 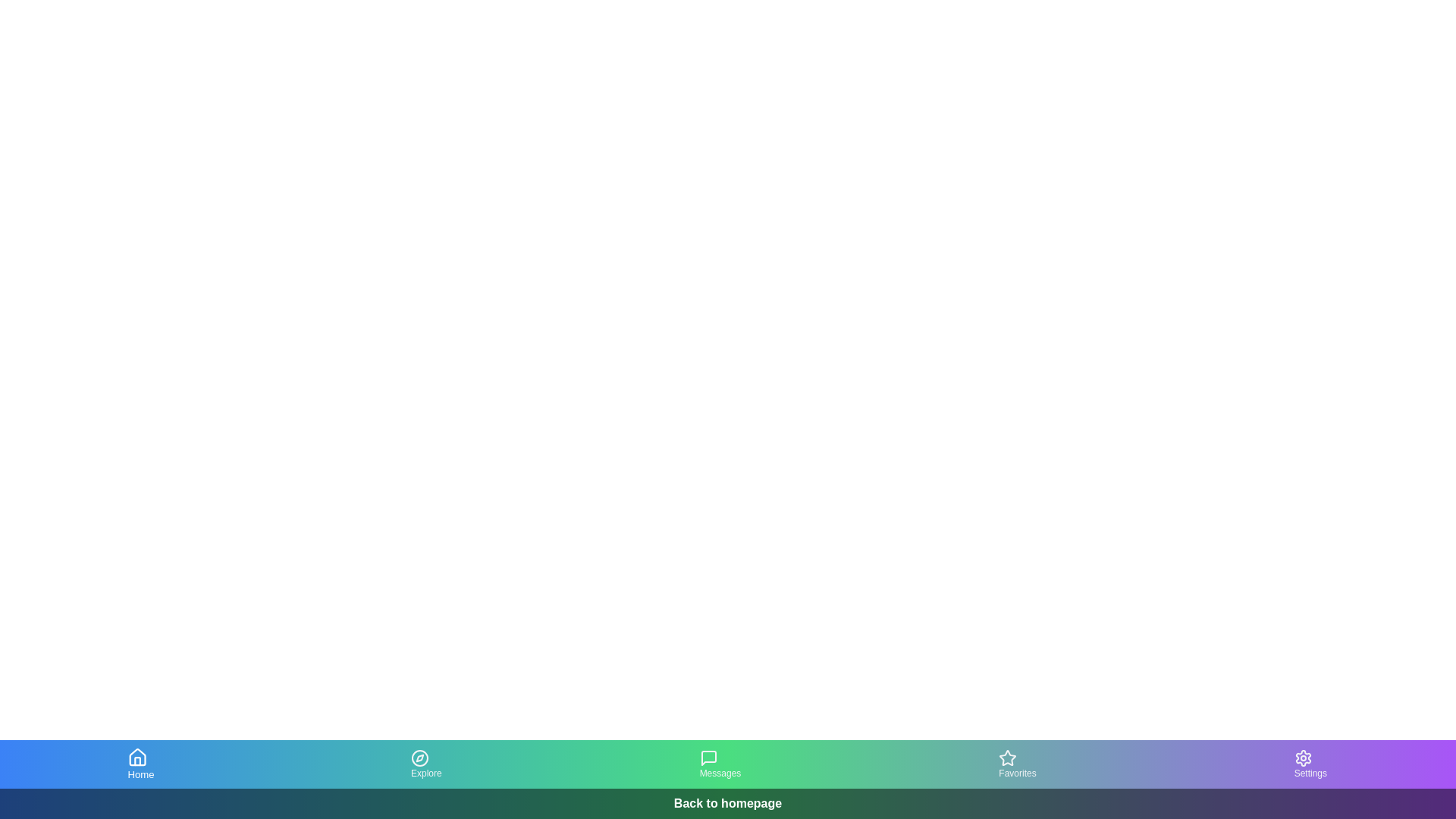 I want to click on the Explore tab in the bottom navigation bar, so click(x=425, y=764).